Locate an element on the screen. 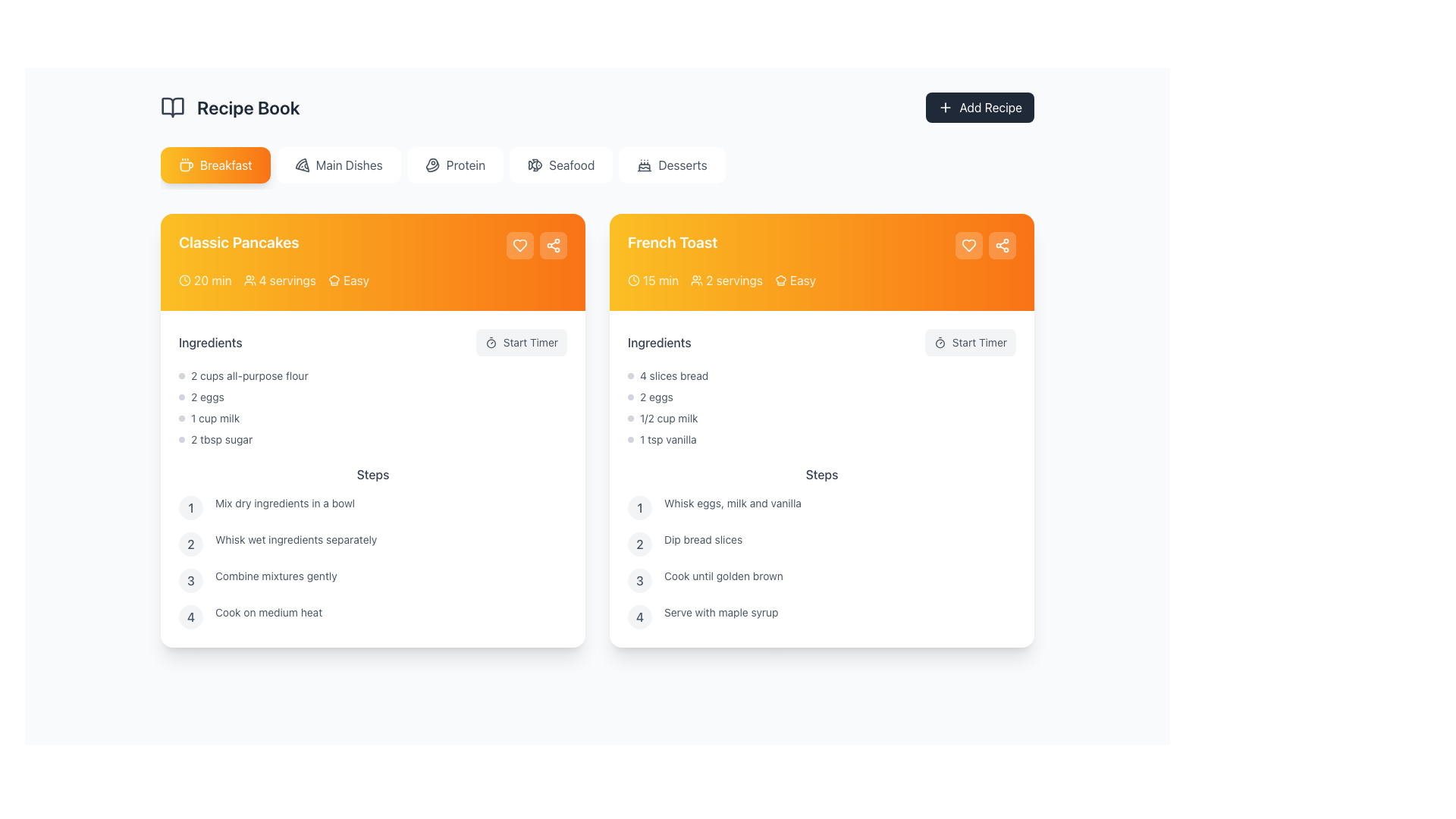 The image size is (1456, 819). the circular badge with a light gray background containing the number '2' in dark gray, located in the 'Steps' section of the 'French Toast' recipe card, to the left of the text 'Dip bread slices' is located at coordinates (640, 543).